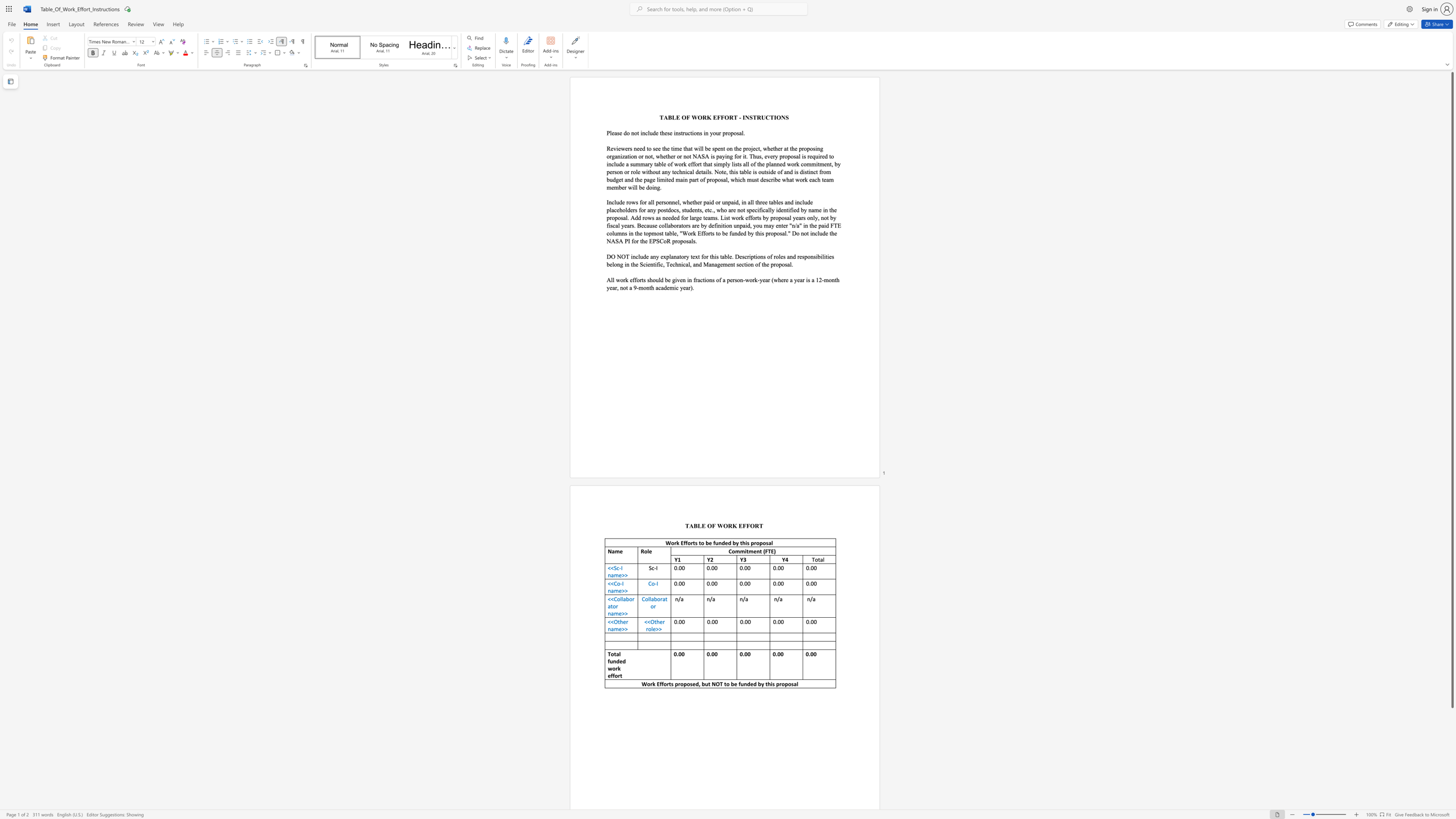 The height and width of the screenshot is (819, 1456). What do you see at coordinates (1451, 746) in the screenshot?
I see `the scrollbar to scroll downward` at bounding box center [1451, 746].